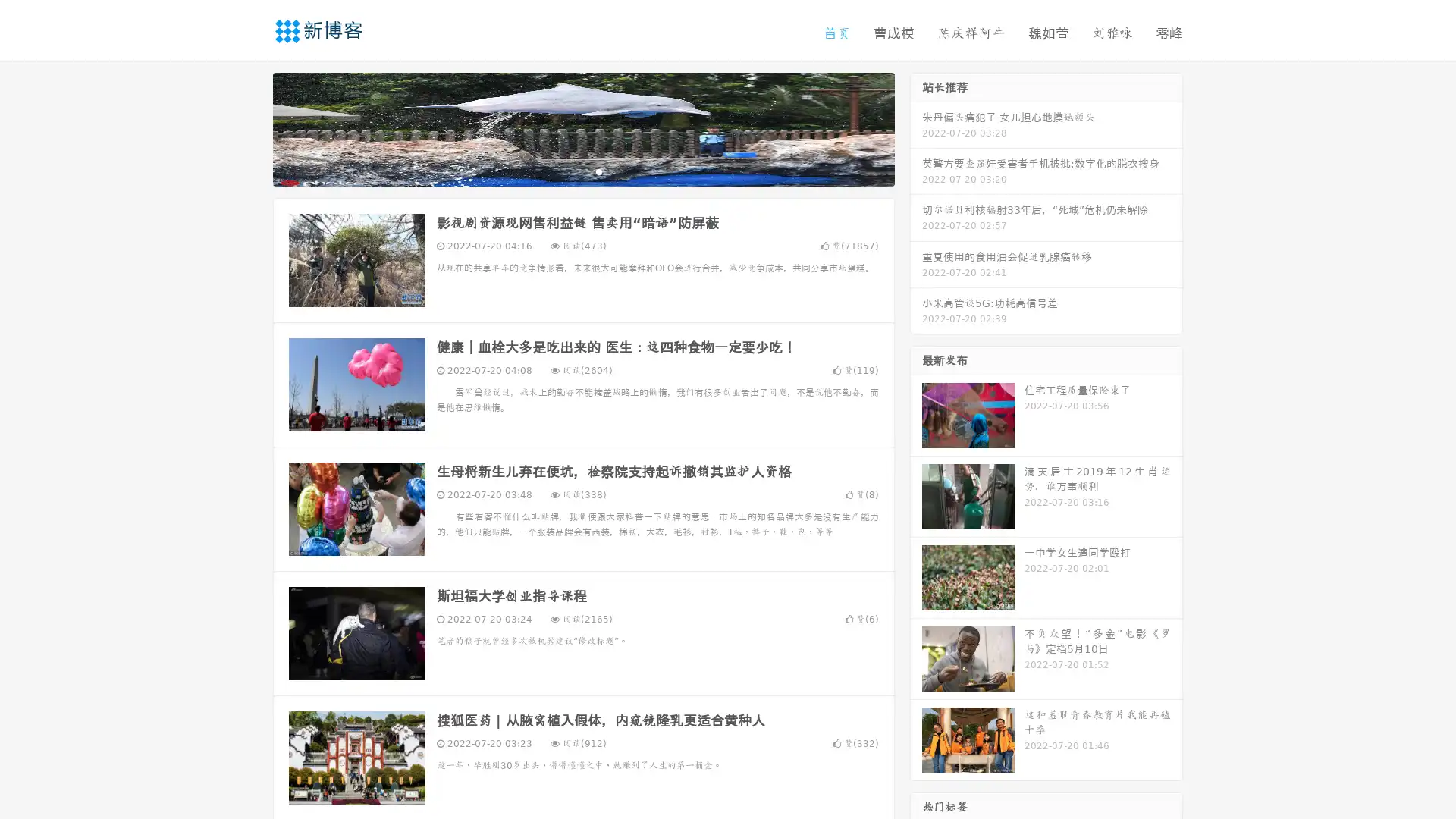  What do you see at coordinates (916, 127) in the screenshot?
I see `Next slide` at bounding box center [916, 127].